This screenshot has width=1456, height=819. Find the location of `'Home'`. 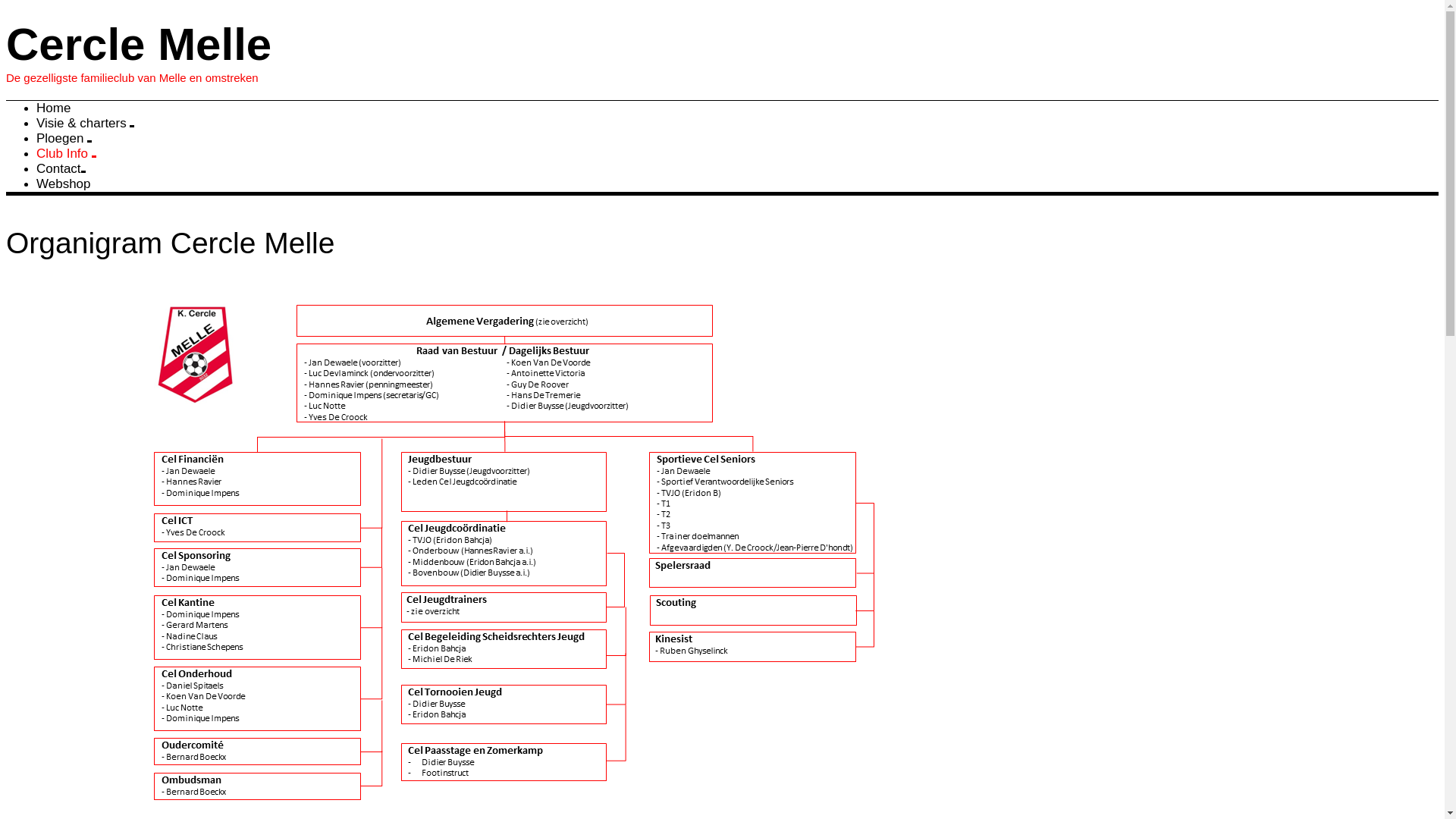

'Home' is located at coordinates (53, 107).